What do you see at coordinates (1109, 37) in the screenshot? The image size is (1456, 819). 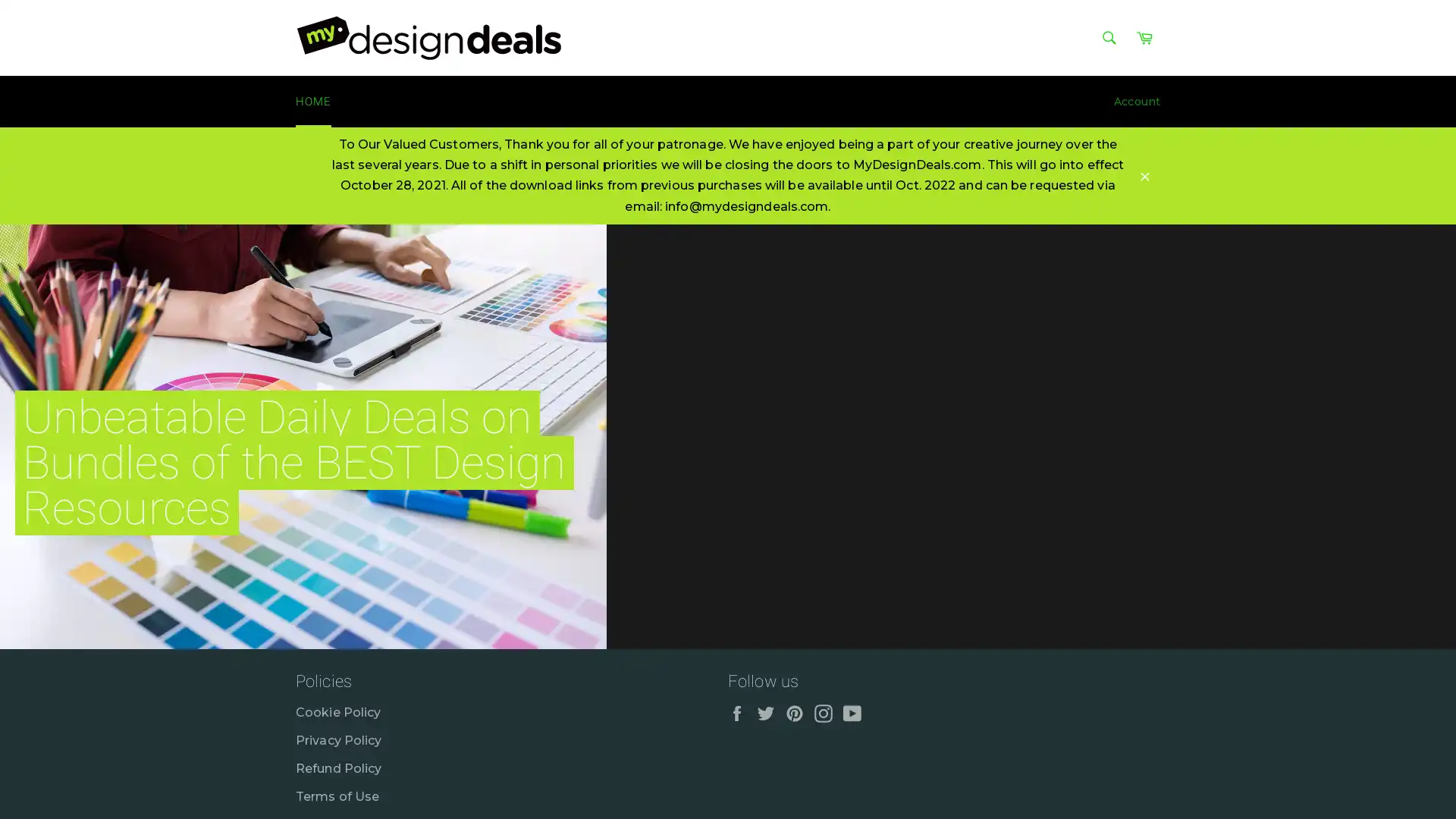 I see `Search` at bounding box center [1109, 37].